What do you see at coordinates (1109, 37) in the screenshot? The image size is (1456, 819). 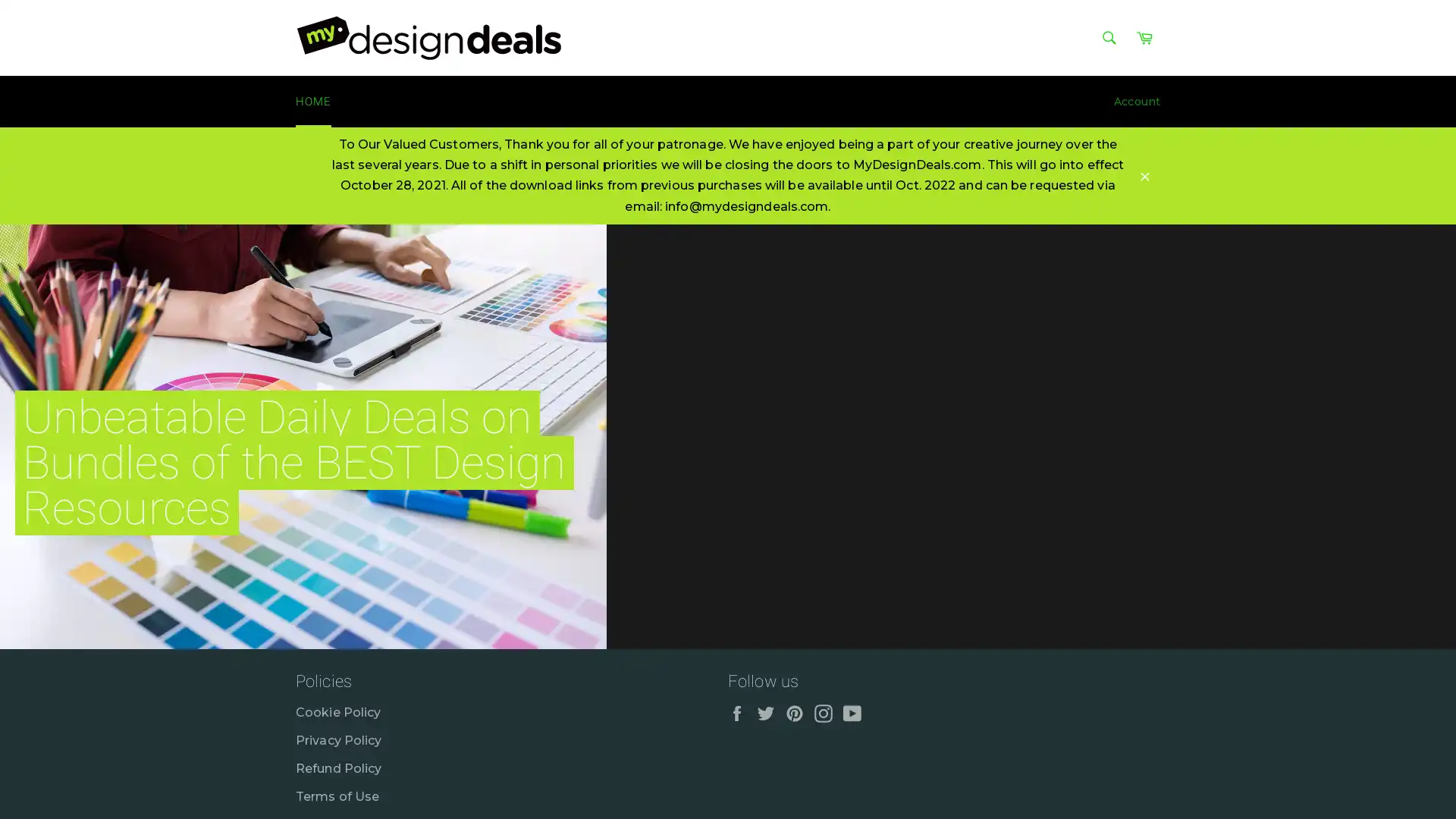 I see `Search` at bounding box center [1109, 37].